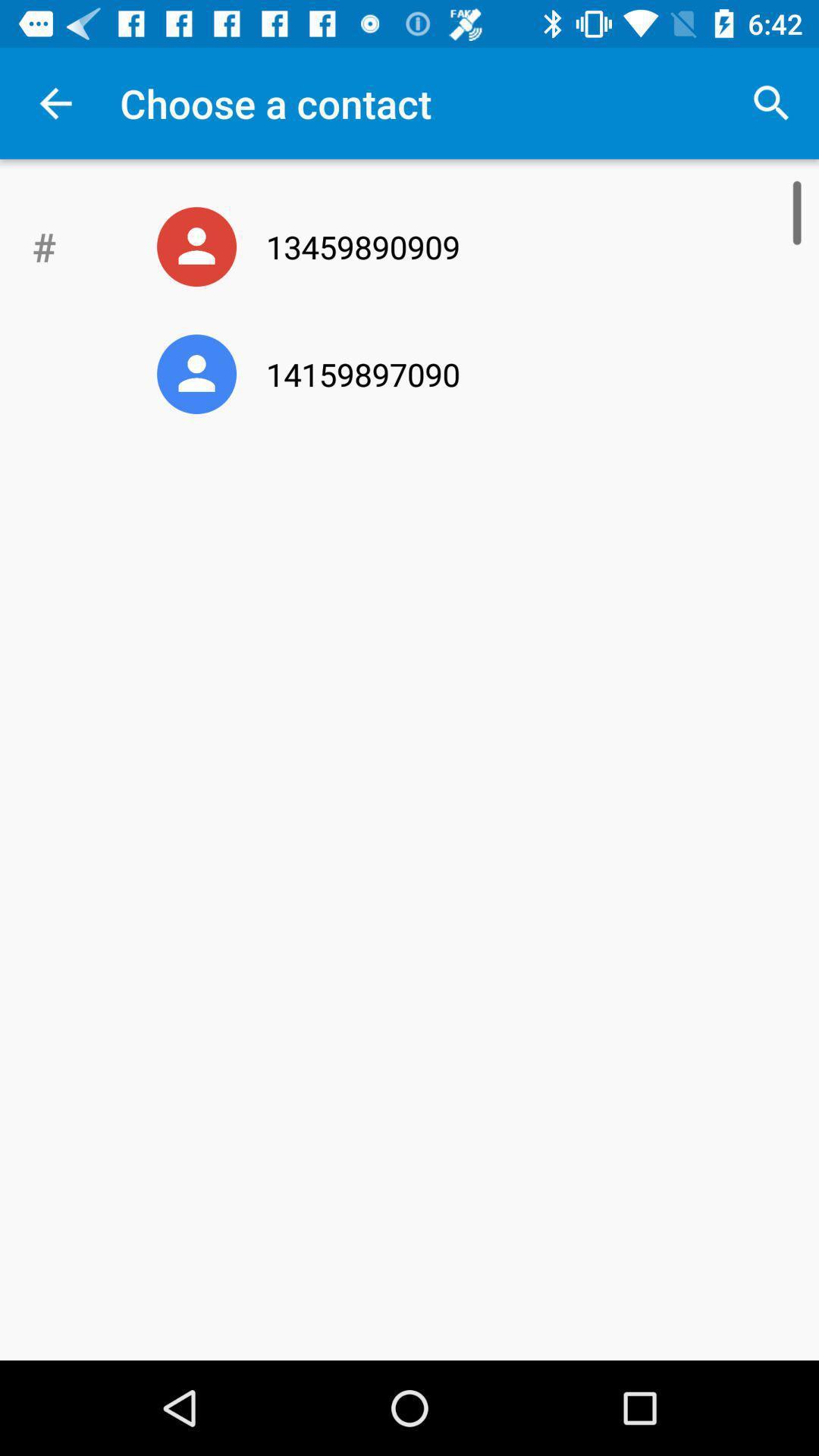 The height and width of the screenshot is (1456, 819). What do you see at coordinates (771, 102) in the screenshot?
I see `item at the top right corner` at bounding box center [771, 102].